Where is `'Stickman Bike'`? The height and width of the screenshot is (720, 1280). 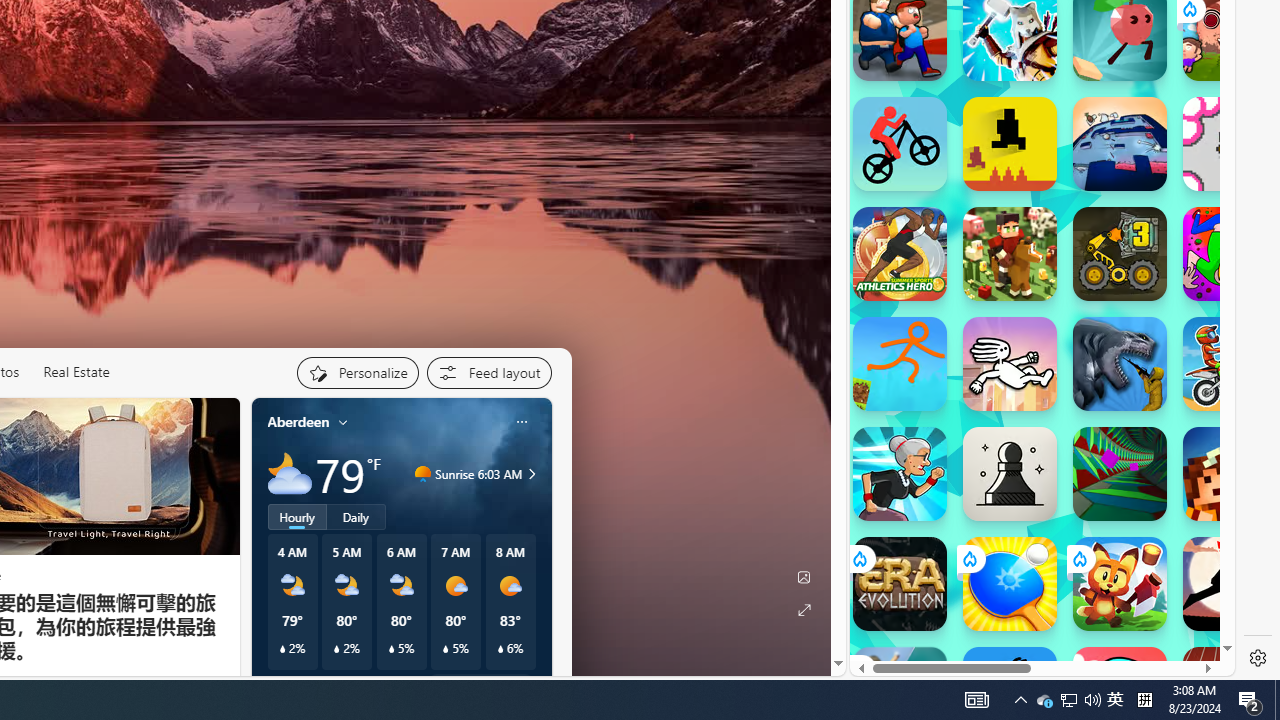
'Stickman Bike' is located at coordinates (898, 143).